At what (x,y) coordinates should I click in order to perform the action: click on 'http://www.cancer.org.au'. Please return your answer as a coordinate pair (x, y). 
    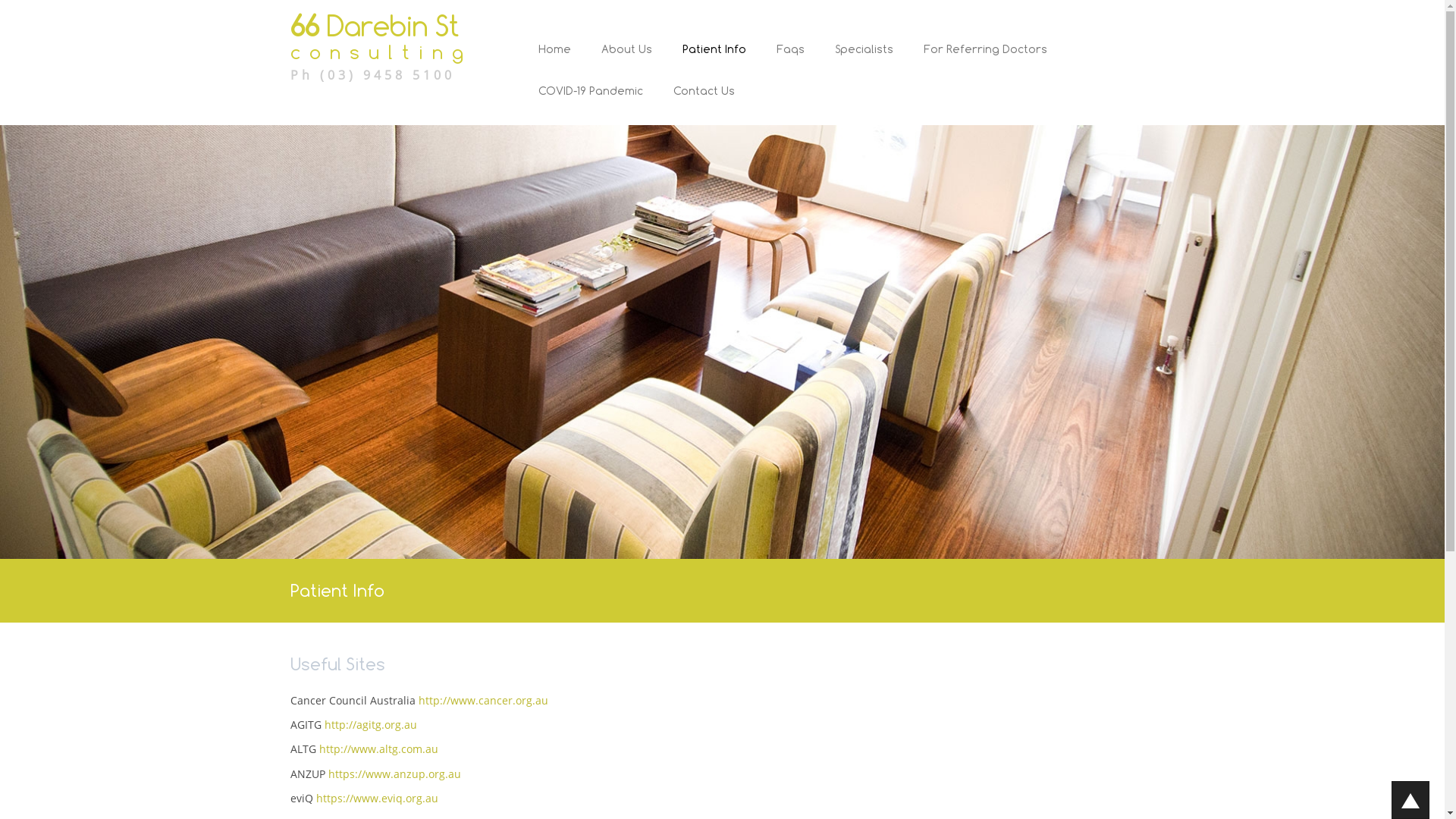
    Looking at the image, I should click on (482, 700).